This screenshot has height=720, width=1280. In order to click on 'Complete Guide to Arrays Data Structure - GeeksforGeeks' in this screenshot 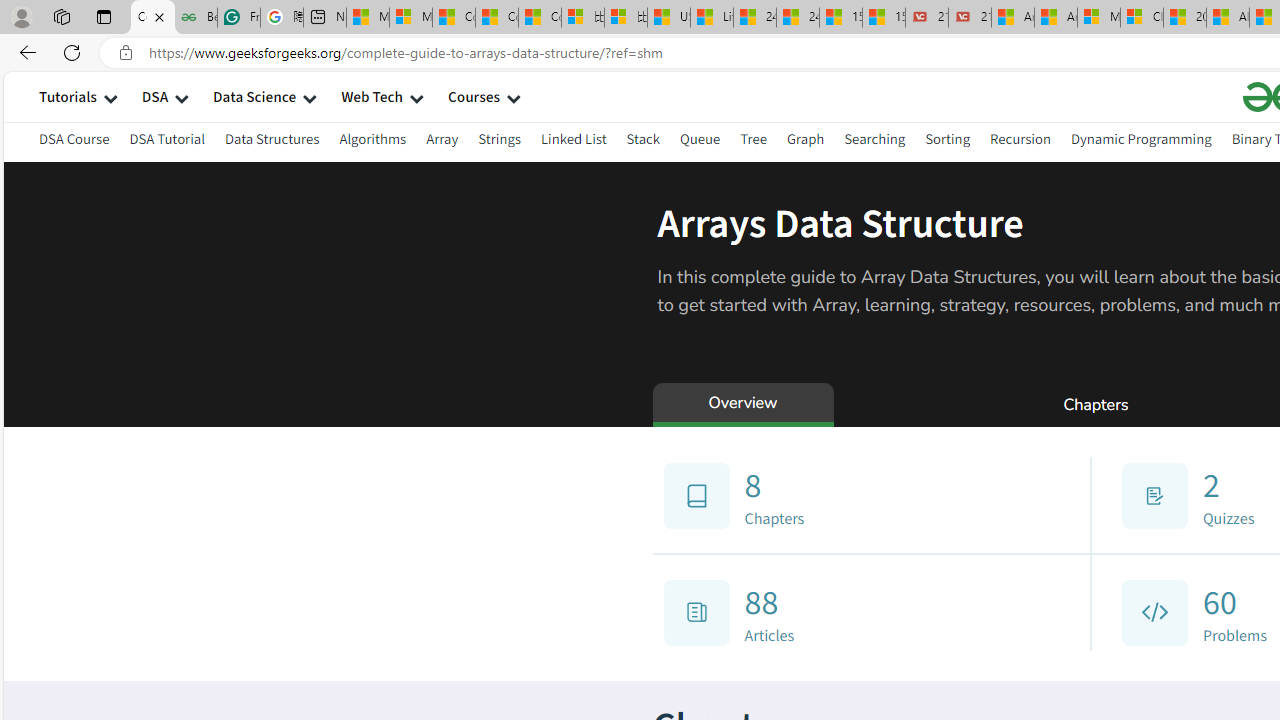, I will do `click(151, 17)`.